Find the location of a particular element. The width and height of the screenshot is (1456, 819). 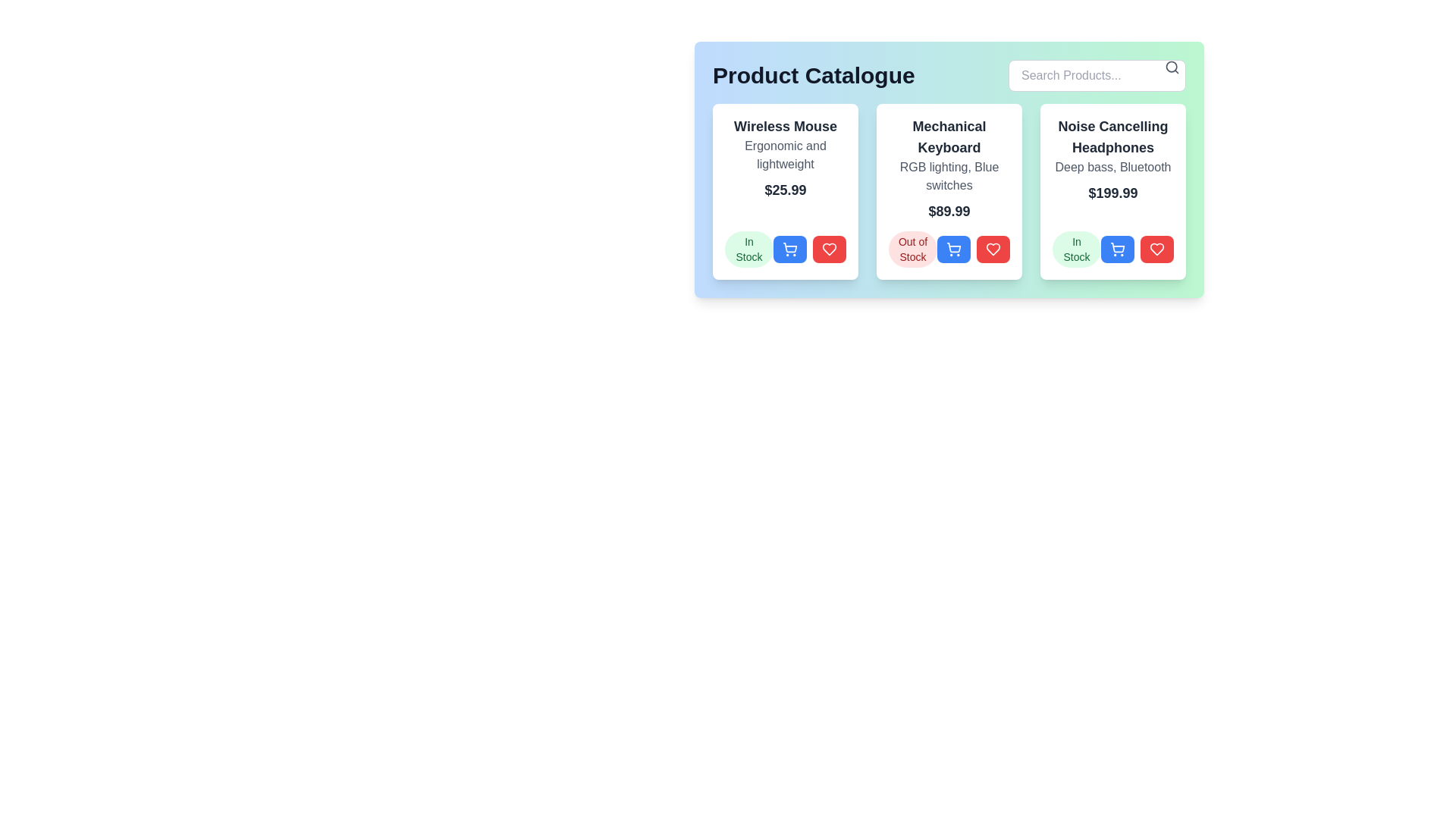

the button with an icon that adds 'Noise Cancelling Headphones' to the shopping cart, located below the 'In Stock' label and to the left of the red heart icon in the product grid is located at coordinates (1117, 248).